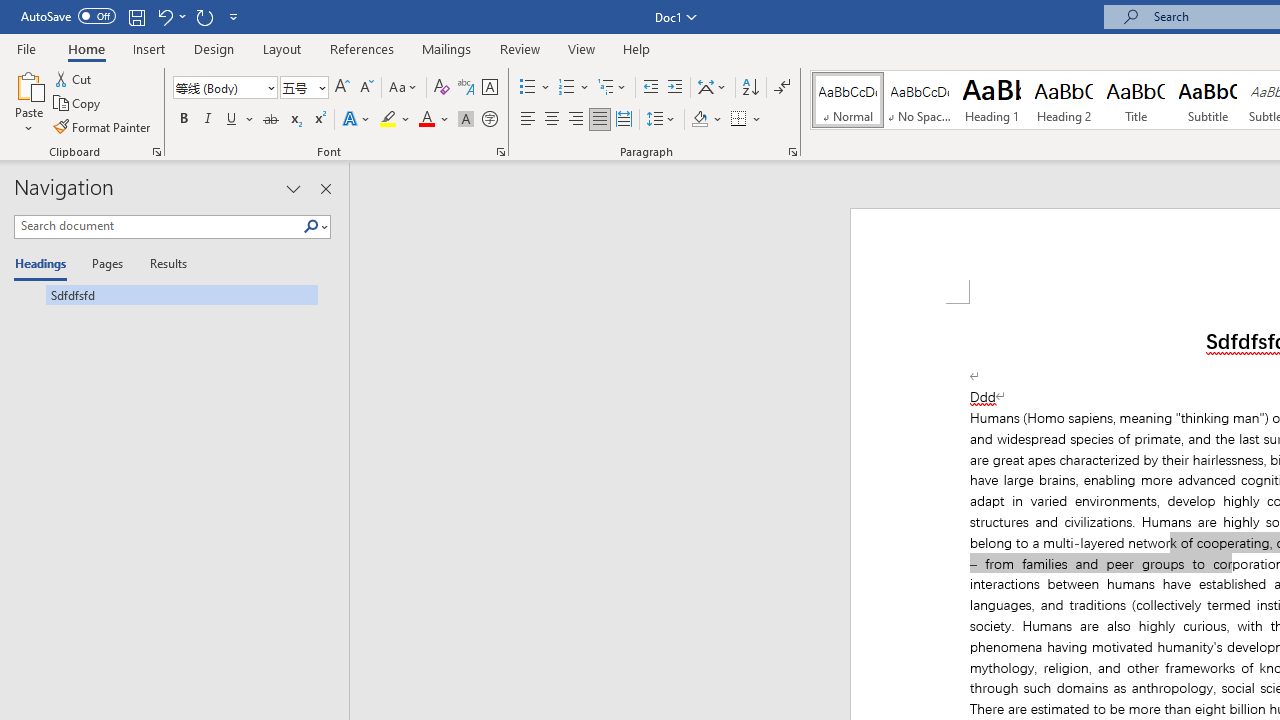 This screenshot has width=1280, height=720. Describe the element at coordinates (303, 86) in the screenshot. I see `'Font Size'` at that location.